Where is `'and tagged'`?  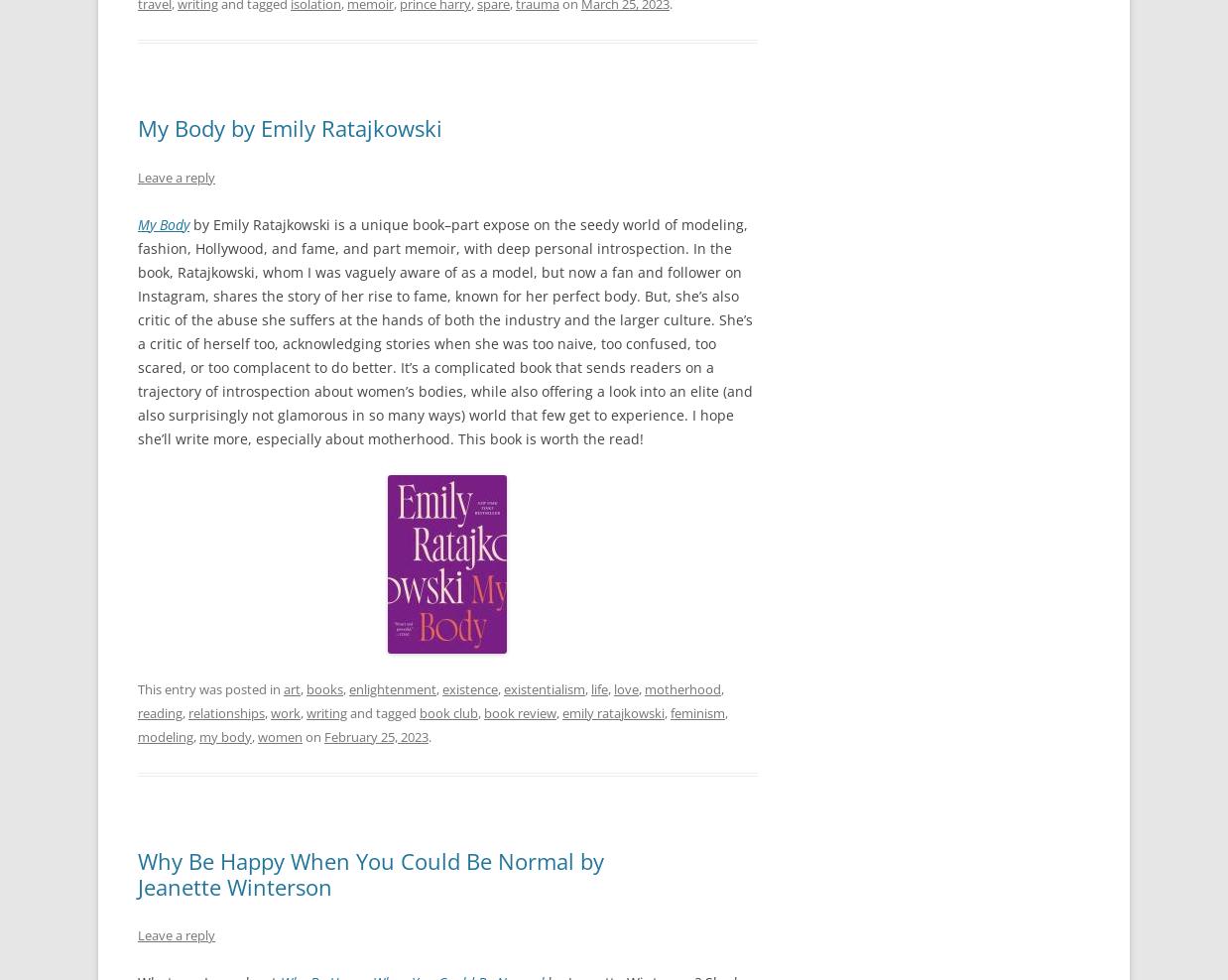
'and tagged' is located at coordinates (346, 711).